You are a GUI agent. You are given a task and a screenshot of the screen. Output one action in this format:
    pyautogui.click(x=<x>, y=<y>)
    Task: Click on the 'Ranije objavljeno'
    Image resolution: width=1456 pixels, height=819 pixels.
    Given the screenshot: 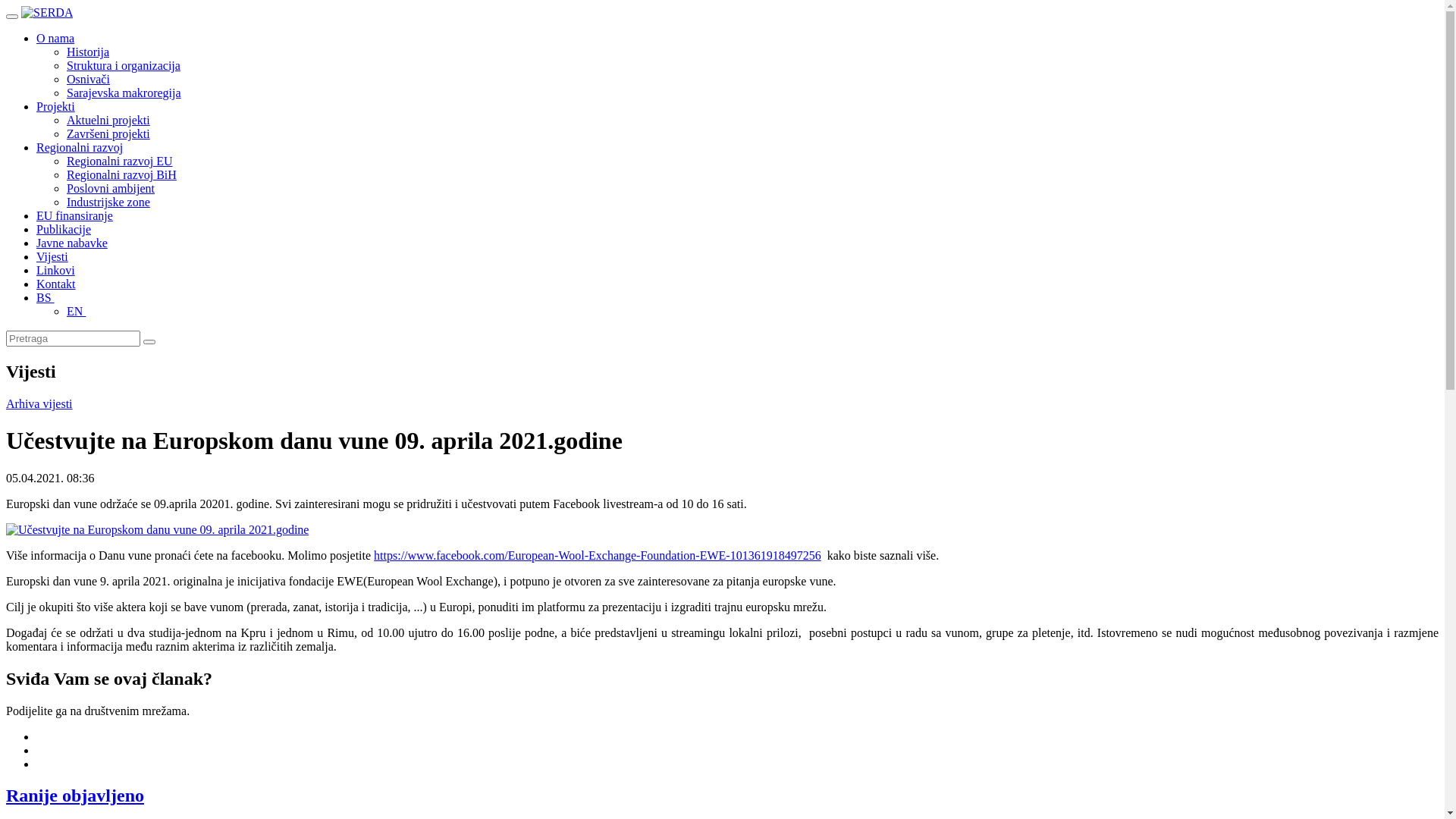 What is the action you would take?
    pyautogui.click(x=74, y=795)
    